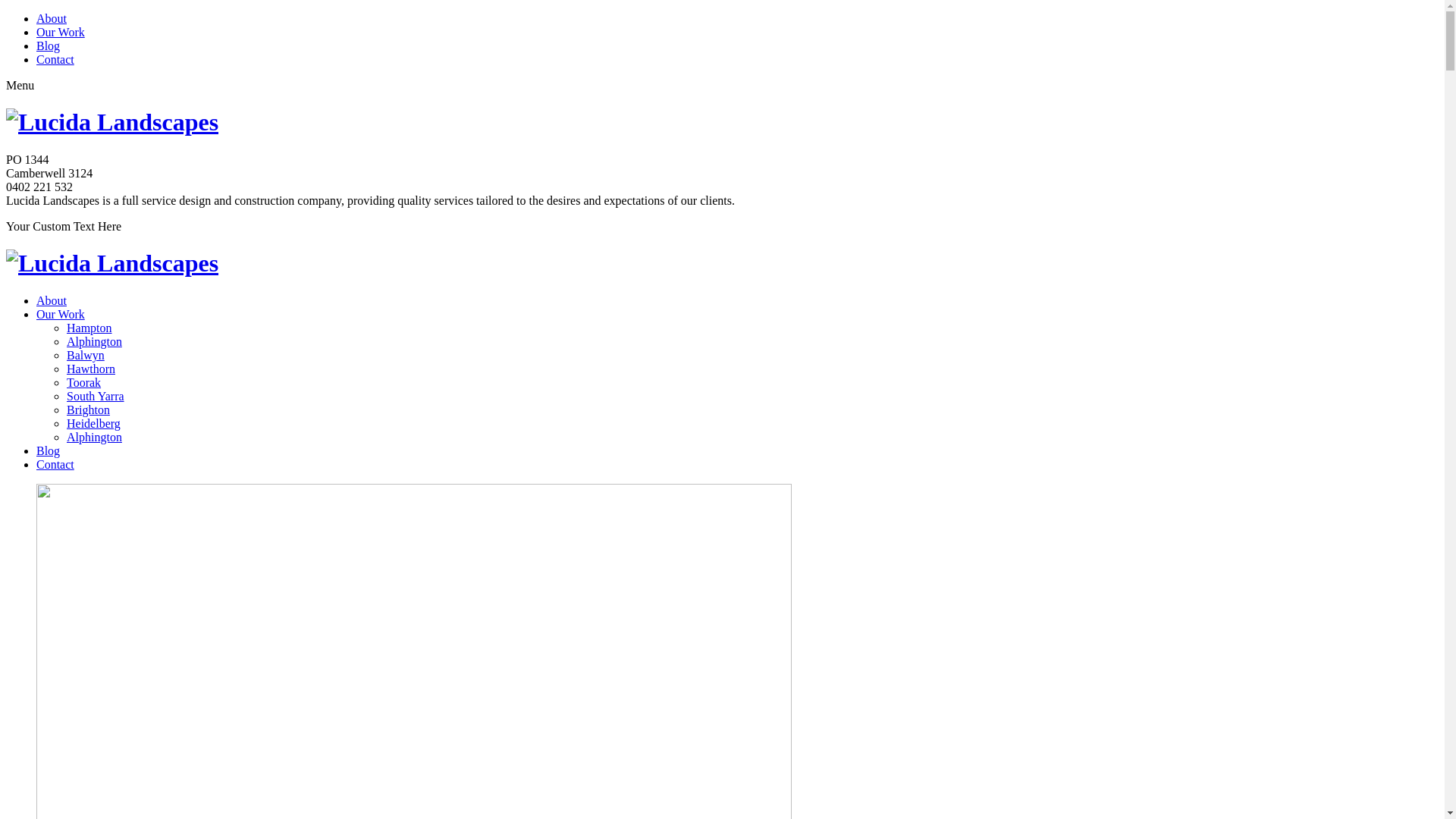 The width and height of the screenshot is (1456, 819). Describe the element at coordinates (93, 437) in the screenshot. I see `'Alphington'` at that location.